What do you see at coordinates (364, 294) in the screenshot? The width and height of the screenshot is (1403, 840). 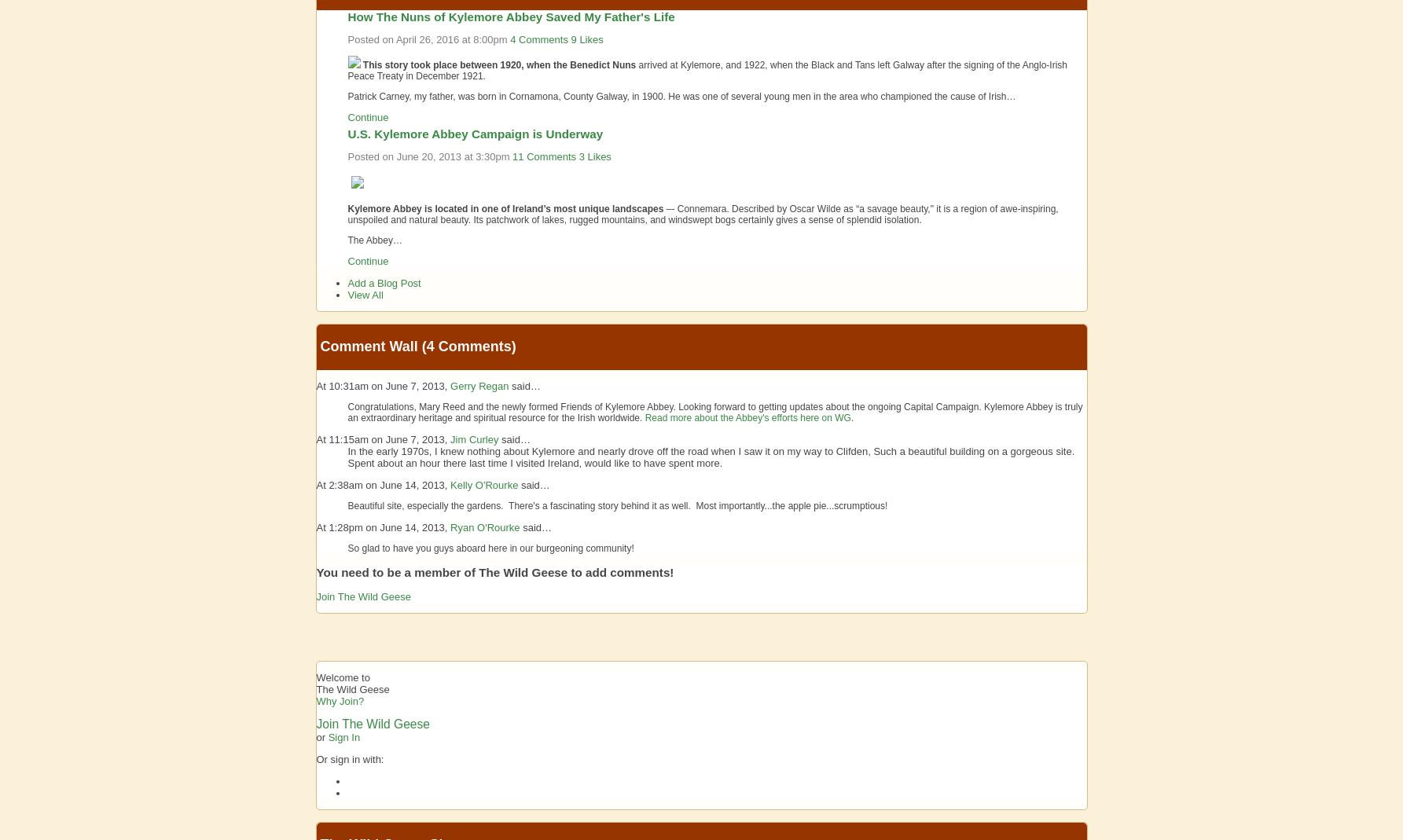 I see `'View All'` at bounding box center [364, 294].